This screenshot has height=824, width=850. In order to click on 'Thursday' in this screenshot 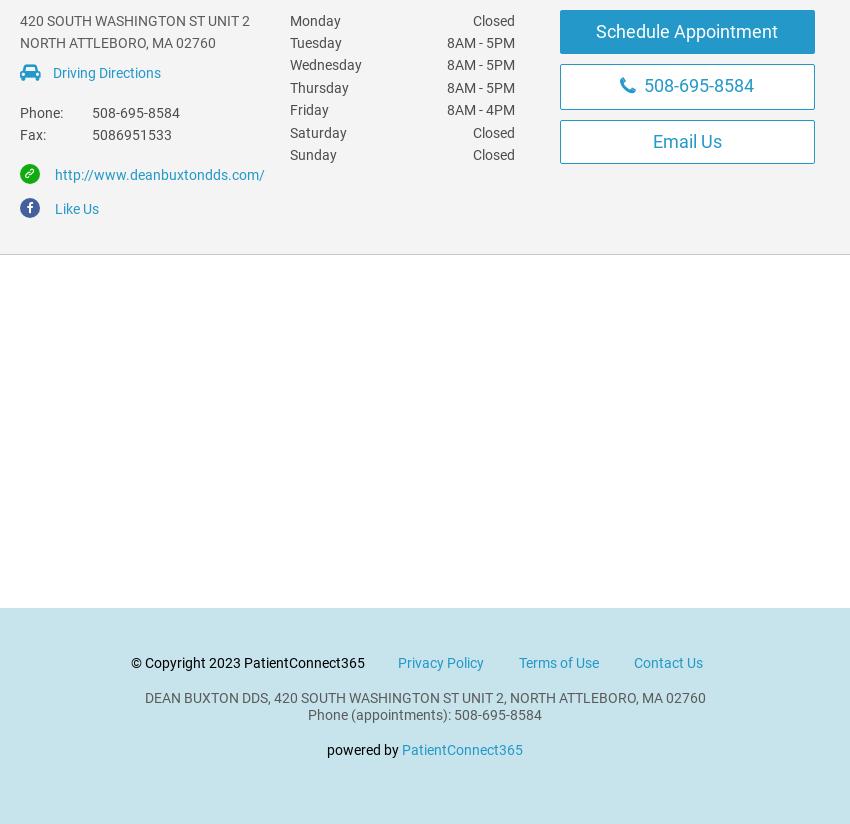, I will do `click(318, 86)`.